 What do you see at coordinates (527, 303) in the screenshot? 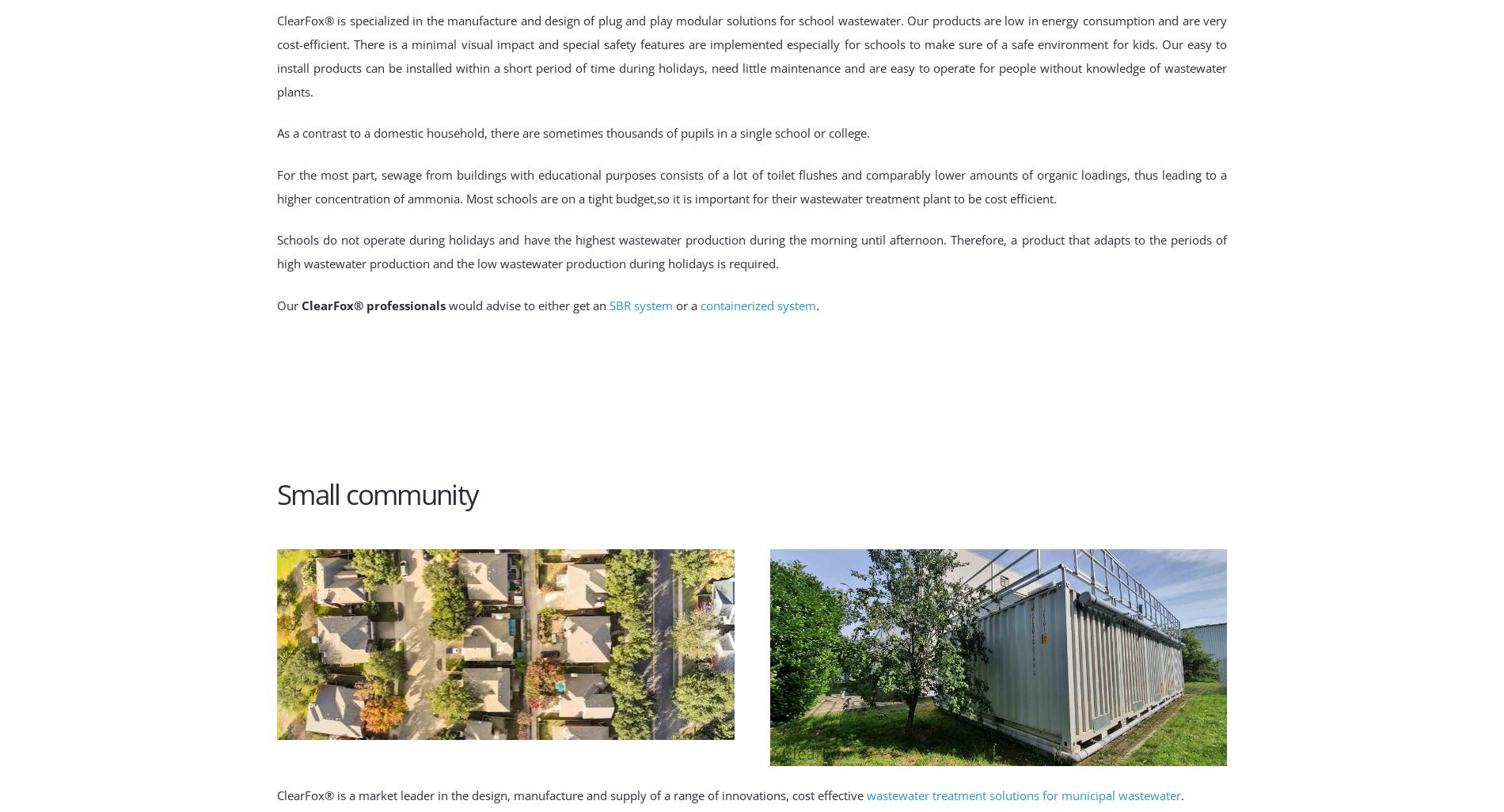
I see `'would advise to either get an'` at bounding box center [527, 303].